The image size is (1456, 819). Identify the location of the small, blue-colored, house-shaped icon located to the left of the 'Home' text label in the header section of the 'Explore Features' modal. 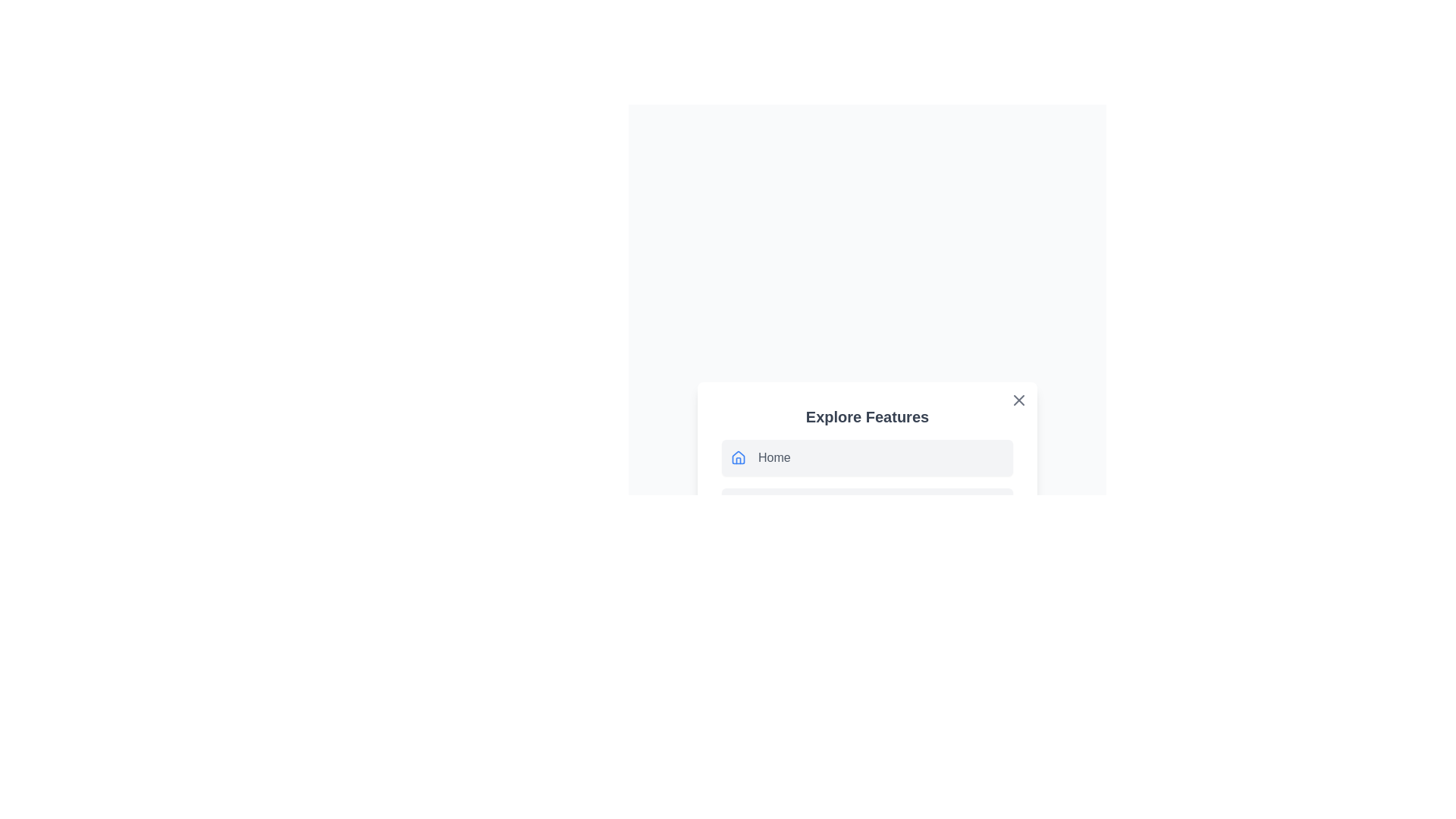
(739, 457).